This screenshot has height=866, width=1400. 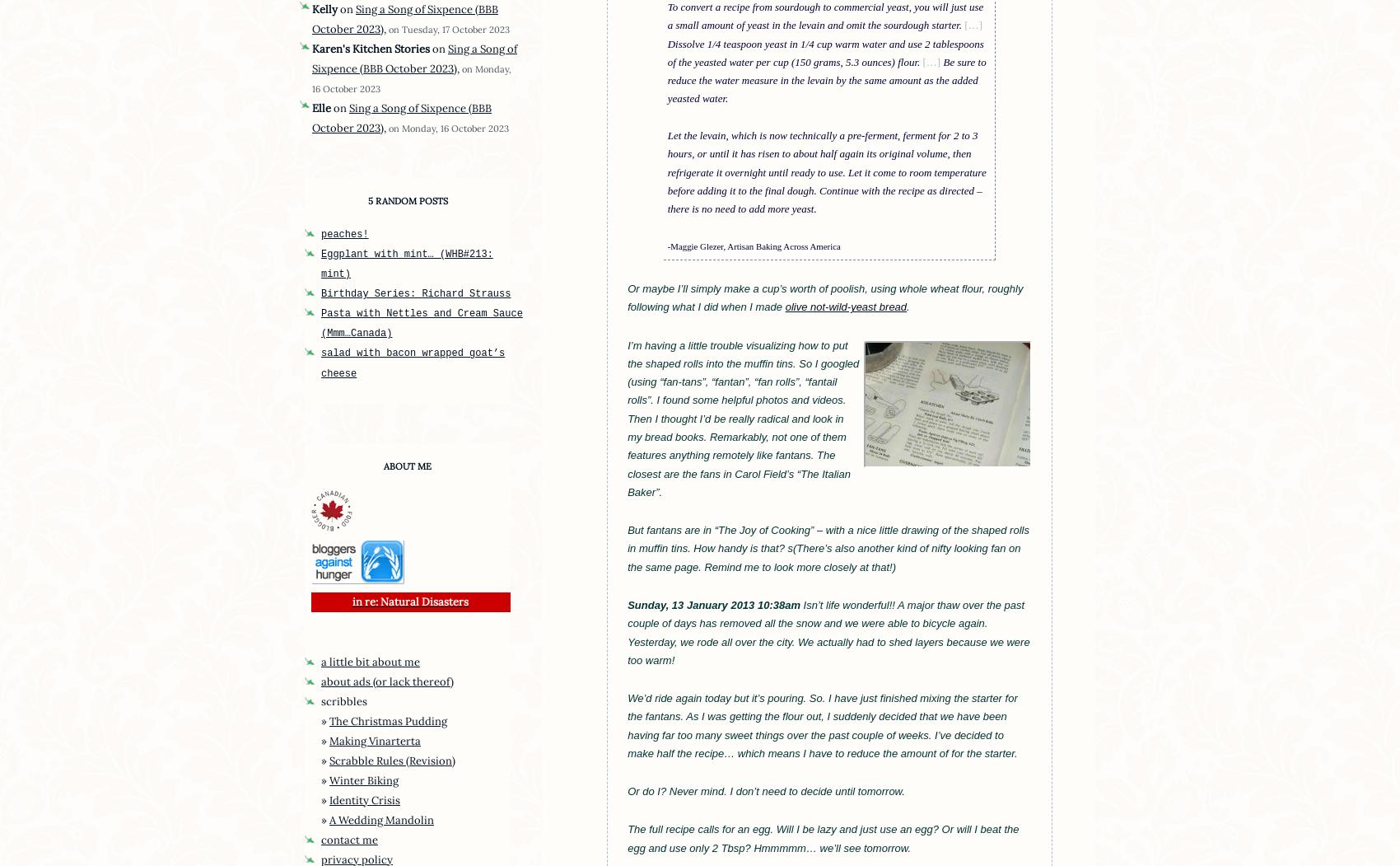 I want to click on 'Making Vinarterta', so click(x=329, y=740).